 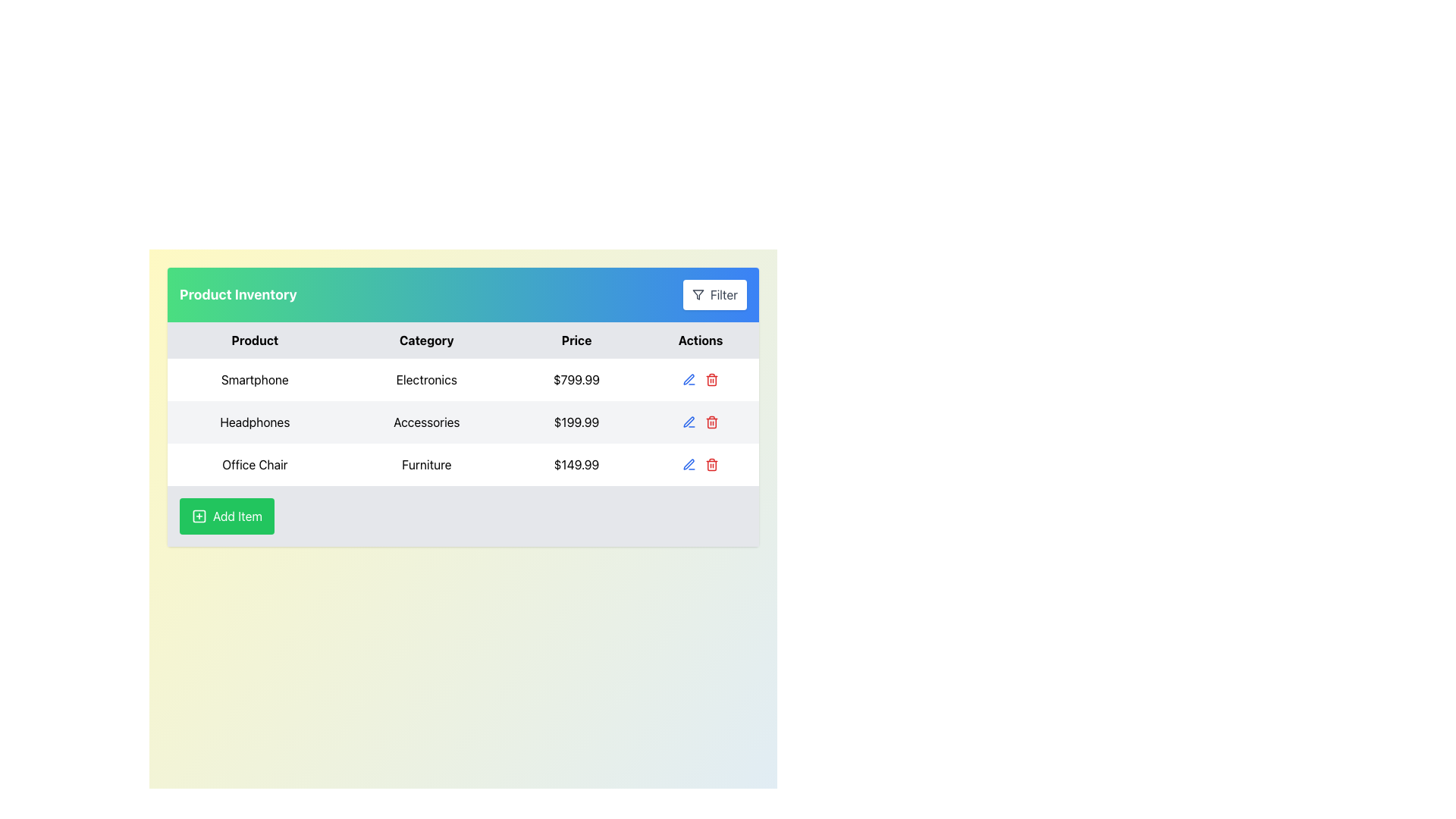 What do you see at coordinates (425, 464) in the screenshot?
I see `the 'Furniture' text label located in the 'Category' column of the third row in the table, which is styled with a simple black sans-serif font on a white background` at bounding box center [425, 464].